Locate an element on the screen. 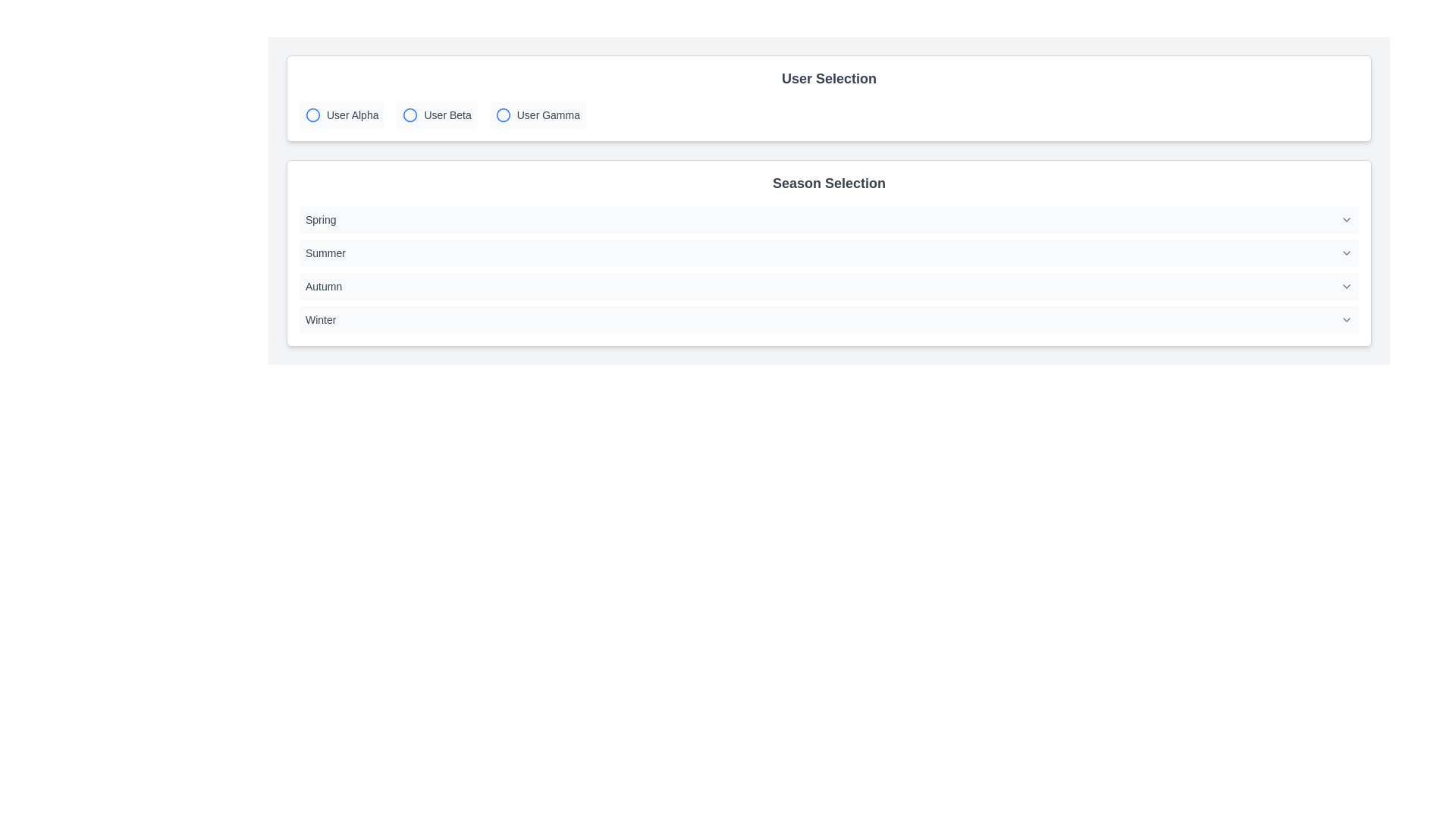 The width and height of the screenshot is (1456, 819). the 'Winter' option button with a light-gray background and rounded corners located in the 'Season Selection' section is located at coordinates (828, 318).